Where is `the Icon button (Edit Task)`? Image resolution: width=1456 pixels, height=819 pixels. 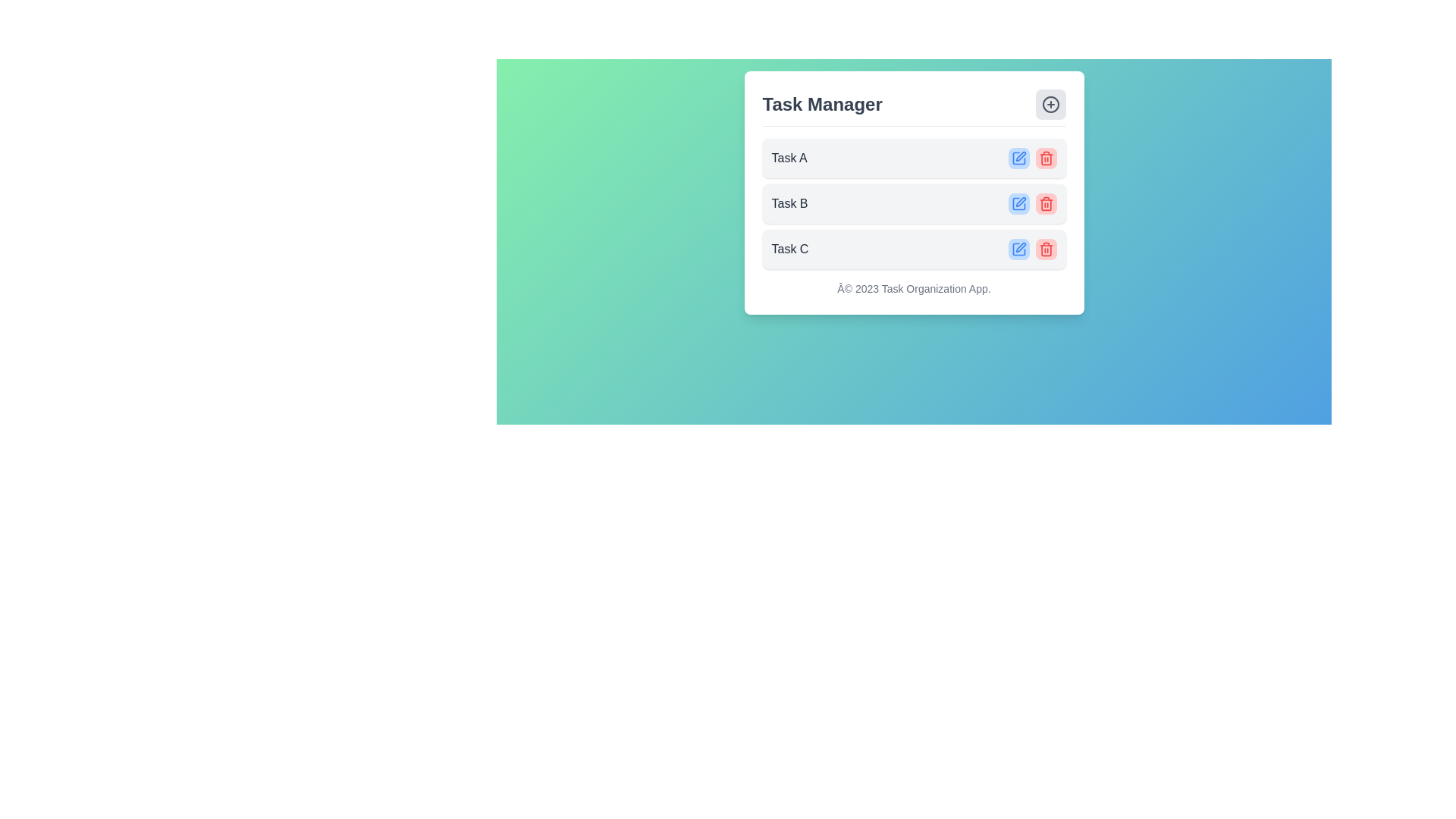 the Icon button (Edit Task) is located at coordinates (1020, 246).